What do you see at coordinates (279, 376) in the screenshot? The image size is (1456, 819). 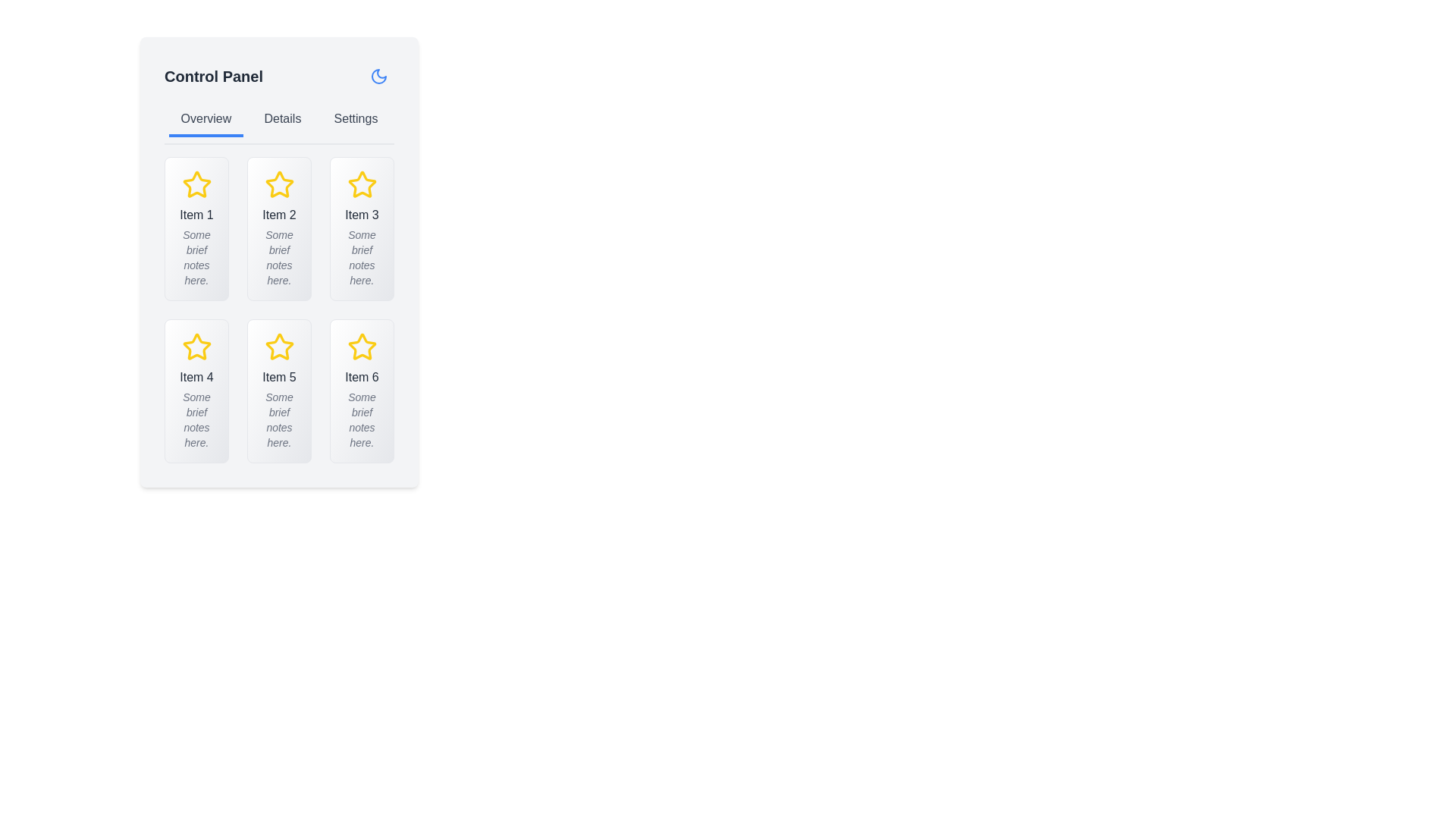 I see `the text label displaying 'Item 5' which is in medium font weight and gray color, located in the second row, second column of the grid layout` at bounding box center [279, 376].